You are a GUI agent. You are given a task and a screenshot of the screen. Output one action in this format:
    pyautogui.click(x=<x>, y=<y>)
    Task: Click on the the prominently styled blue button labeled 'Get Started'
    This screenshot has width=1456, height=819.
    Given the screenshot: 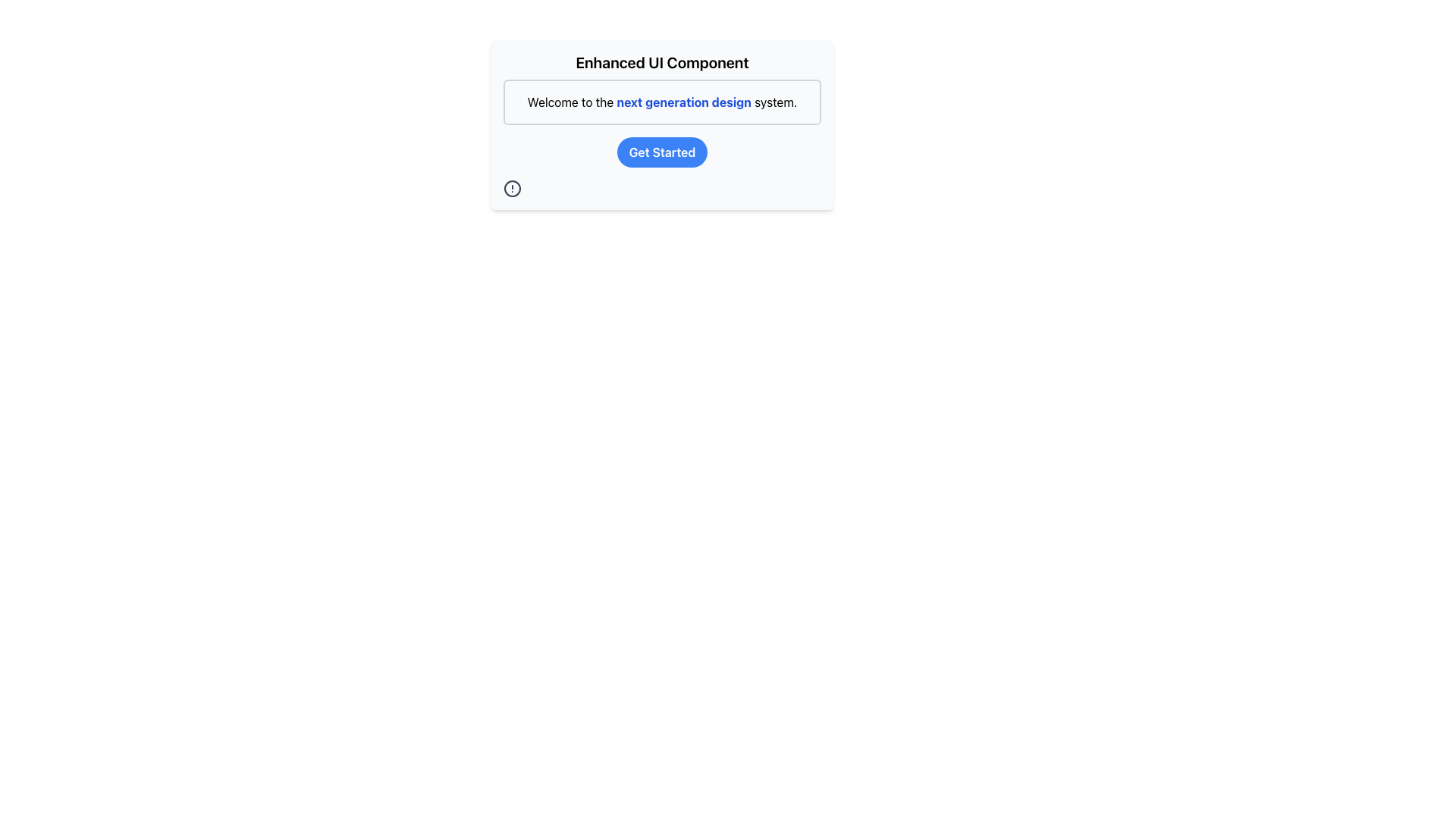 What is the action you would take?
    pyautogui.click(x=662, y=152)
    